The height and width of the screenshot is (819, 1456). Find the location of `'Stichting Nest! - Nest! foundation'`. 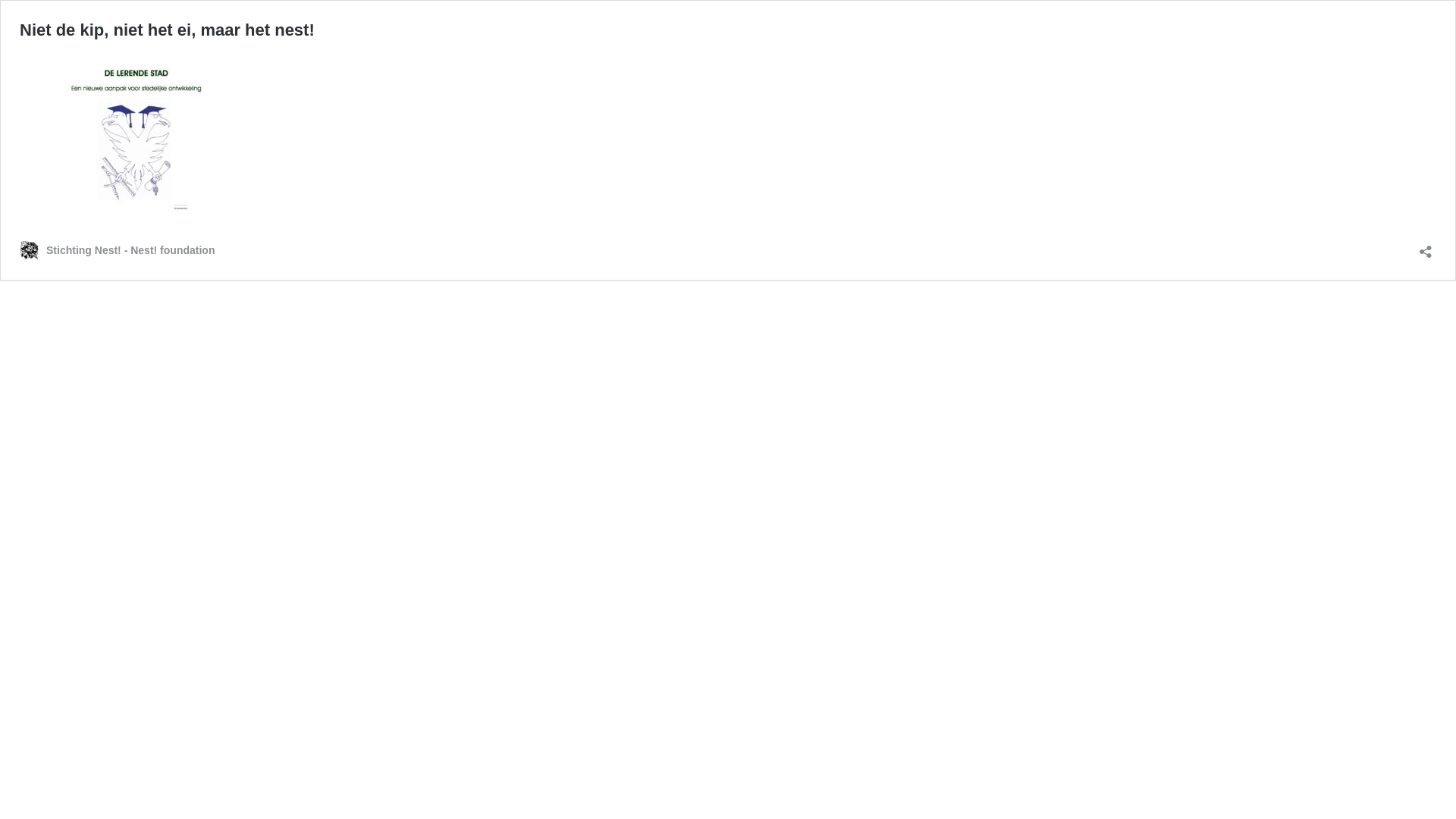

'Stichting Nest! - Nest! foundation' is located at coordinates (116, 249).